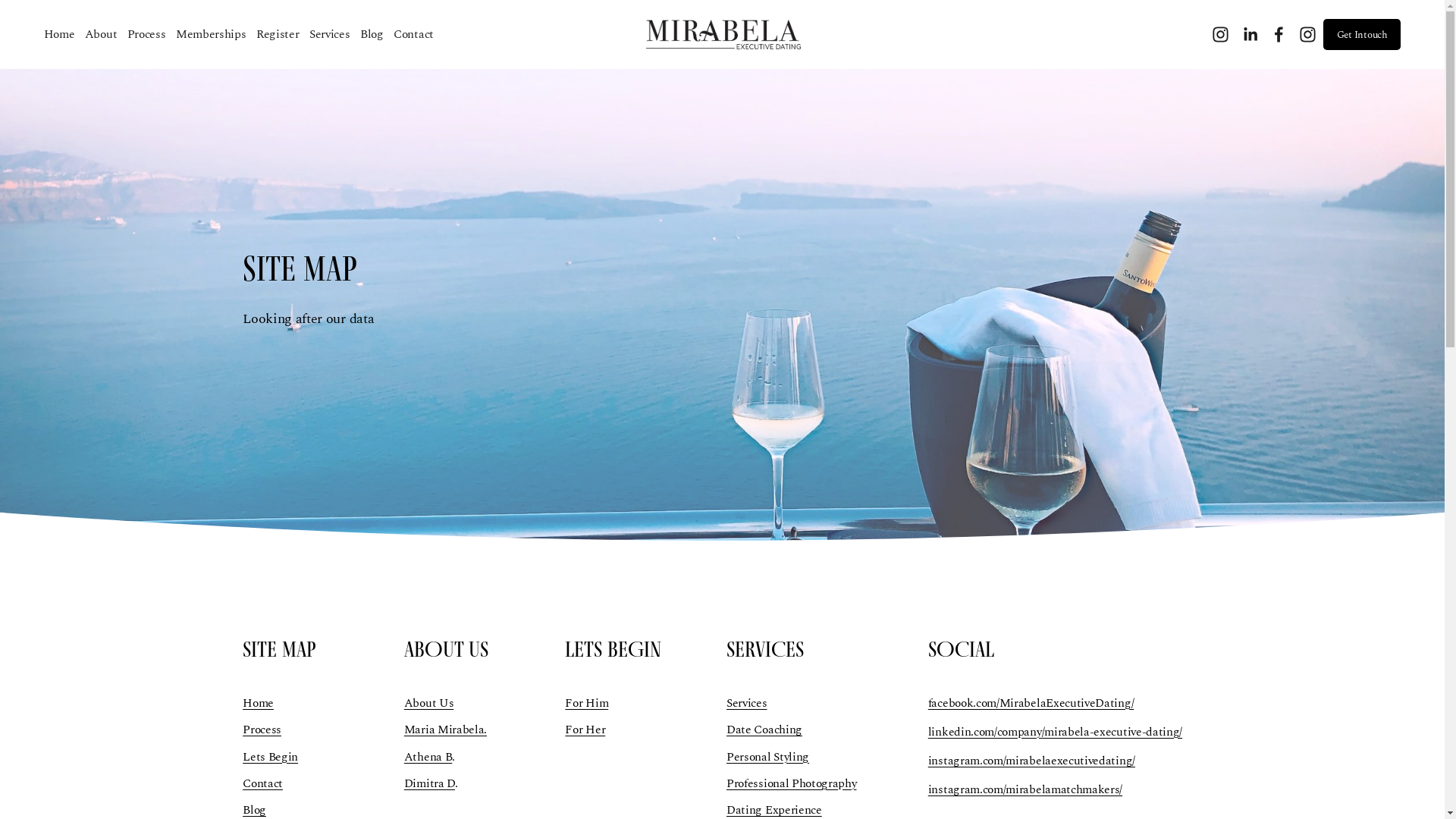 This screenshot has height=819, width=1456. Describe the element at coordinates (764, 728) in the screenshot. I see `'Date Coaching'` at that location.